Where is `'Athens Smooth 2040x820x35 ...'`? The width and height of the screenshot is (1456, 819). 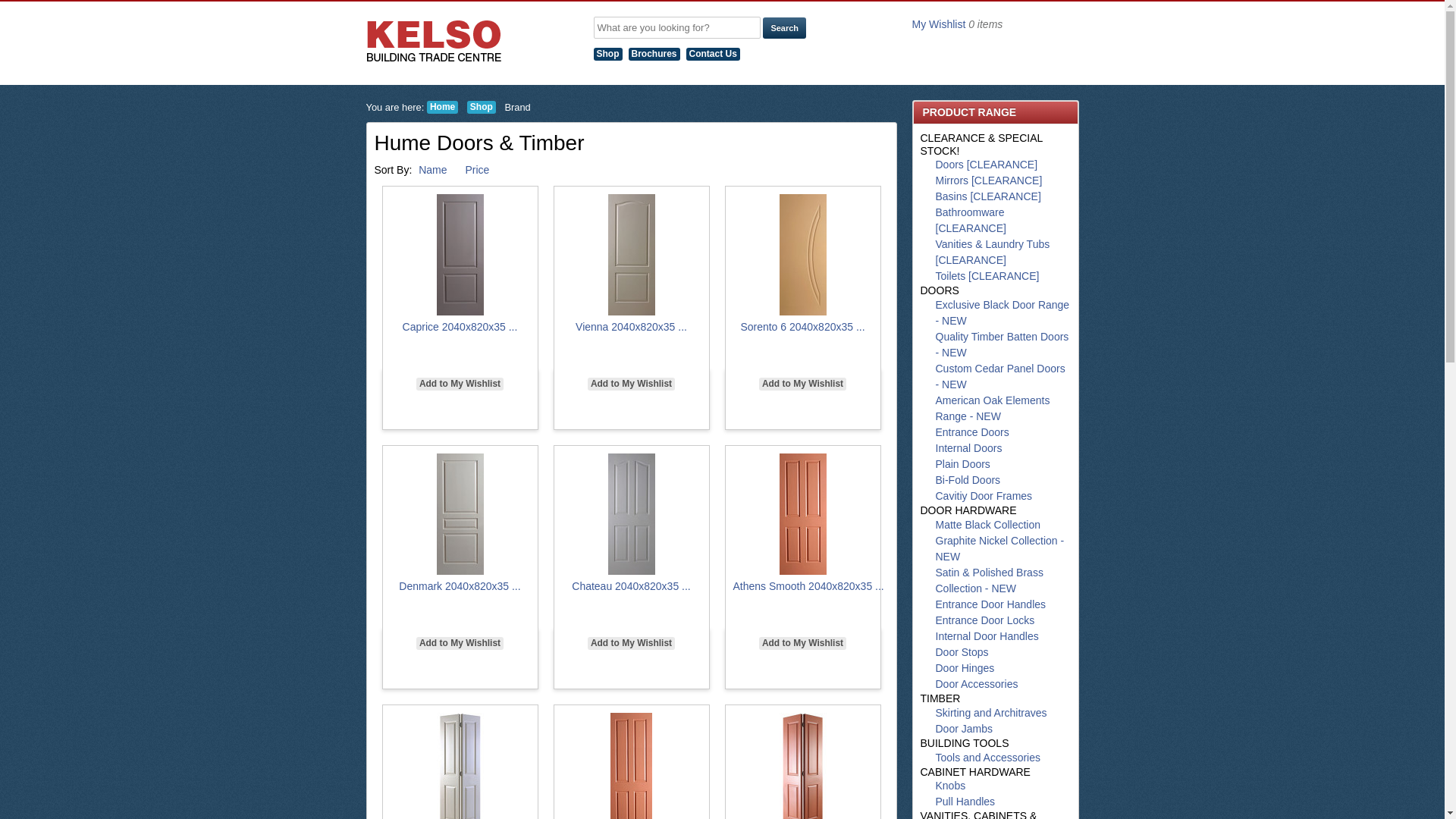
'Athens Smooth 2040x820x35 ...' is located at coordinates (732, 585).